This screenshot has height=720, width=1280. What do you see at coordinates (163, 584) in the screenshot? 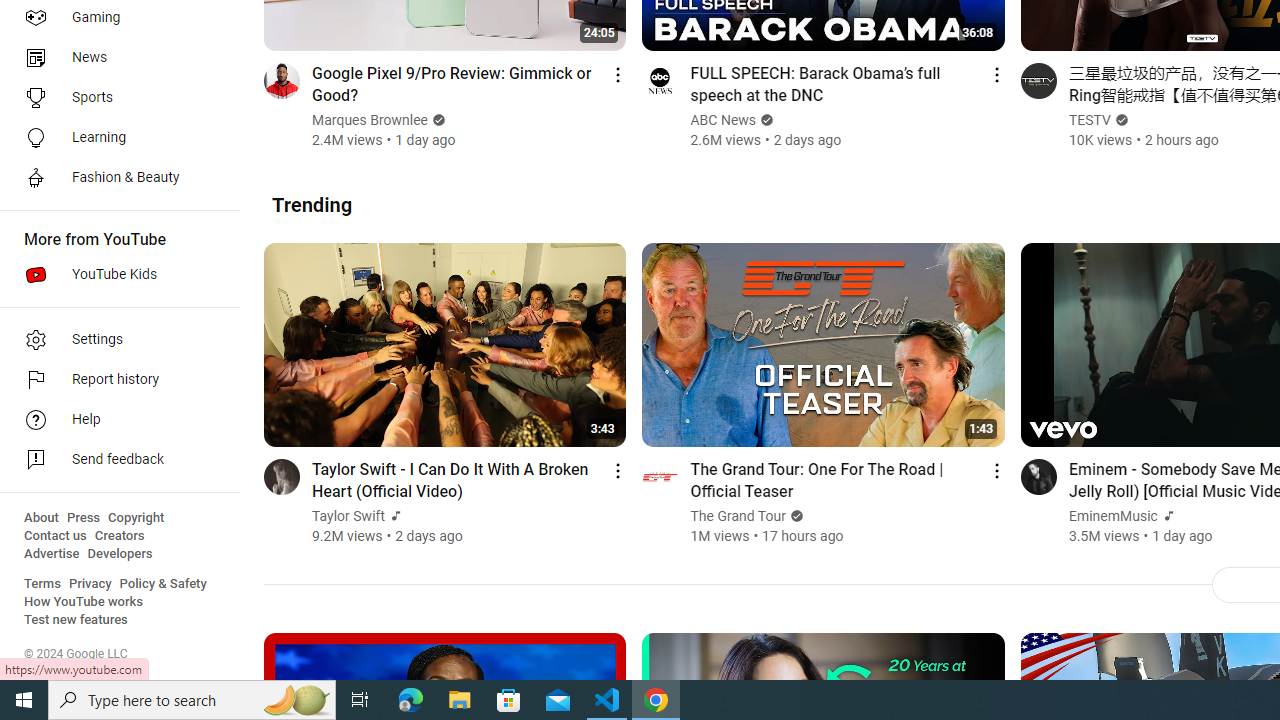
I see `'Policy & Safety'` at bounding box center [163, 584].